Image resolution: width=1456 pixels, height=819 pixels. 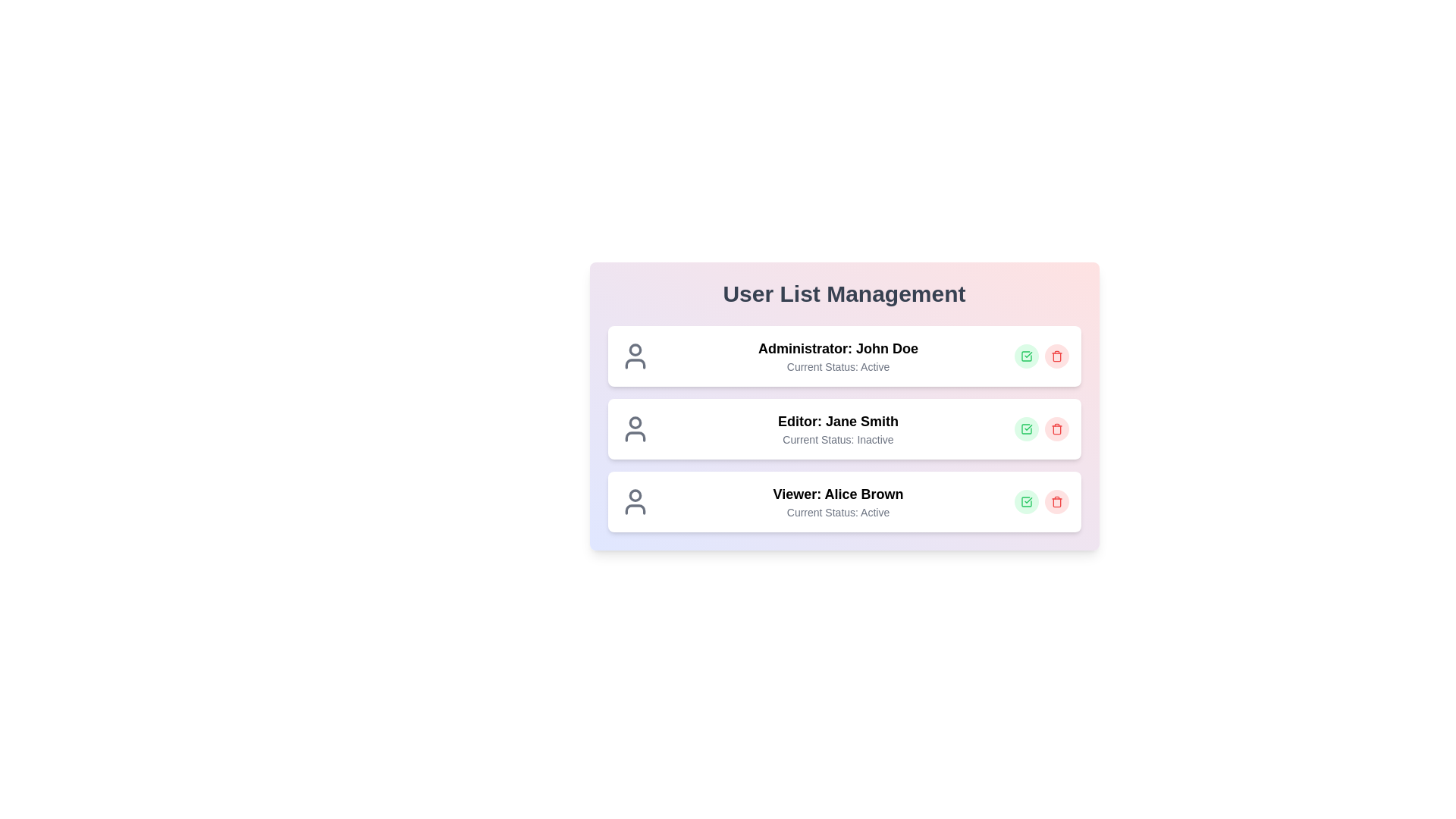 What do you see at coordinates (1056, 356) in the screenshot?
I see `the red circular button with a trash bin icon` at bounding box center [1056, 356].